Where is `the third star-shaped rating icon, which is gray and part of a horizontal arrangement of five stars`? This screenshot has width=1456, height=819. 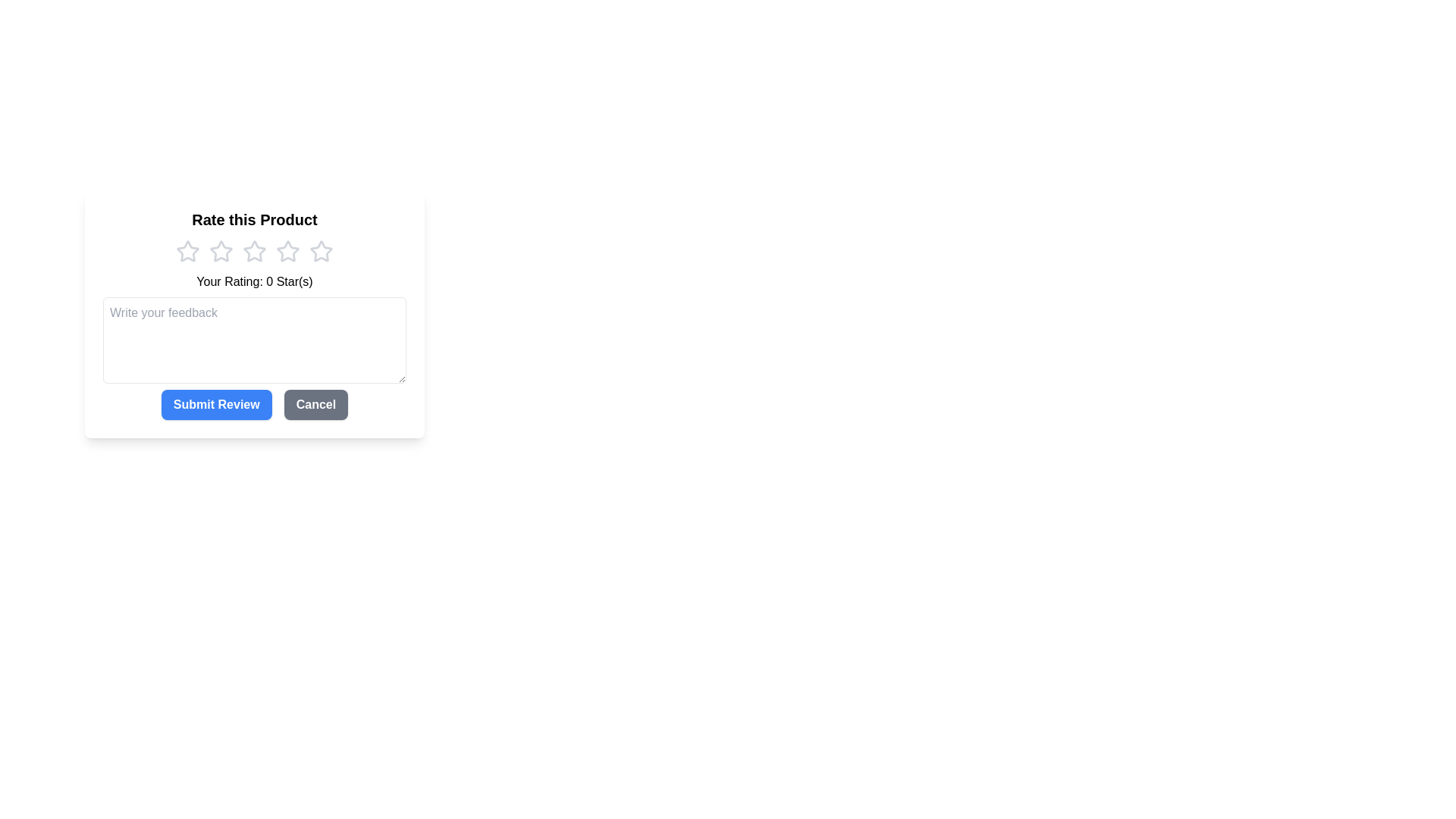 the third star-shaped rating icon, which is gray and part of a horizontal arrangement of five stars is located at coordinates (255, 250).